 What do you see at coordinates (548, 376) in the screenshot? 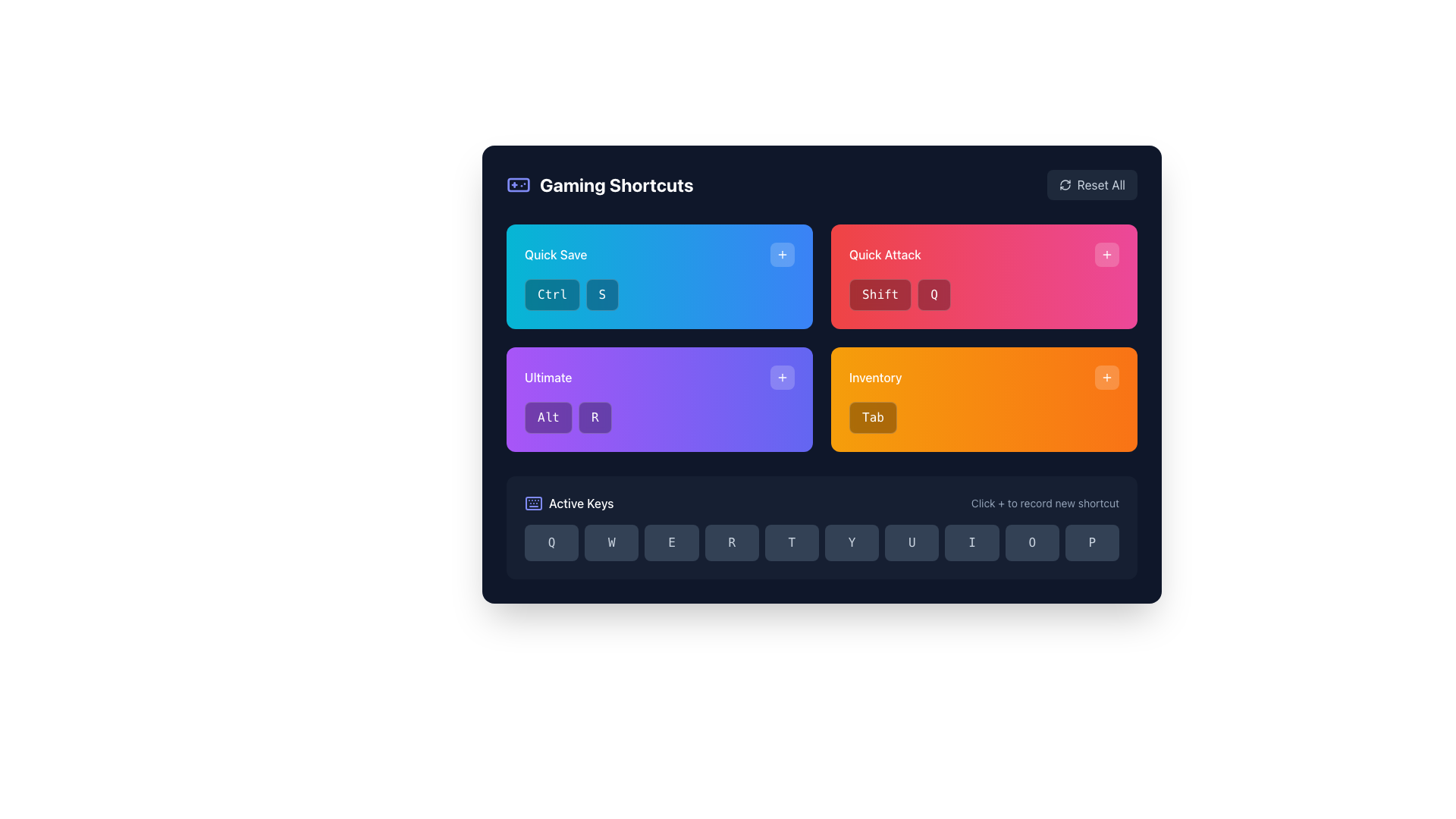
I see `the text label that serves as a header for the 'Ultimate' section, located in the lower-left quadrant of the application interface` at bounding box center [548, 376].